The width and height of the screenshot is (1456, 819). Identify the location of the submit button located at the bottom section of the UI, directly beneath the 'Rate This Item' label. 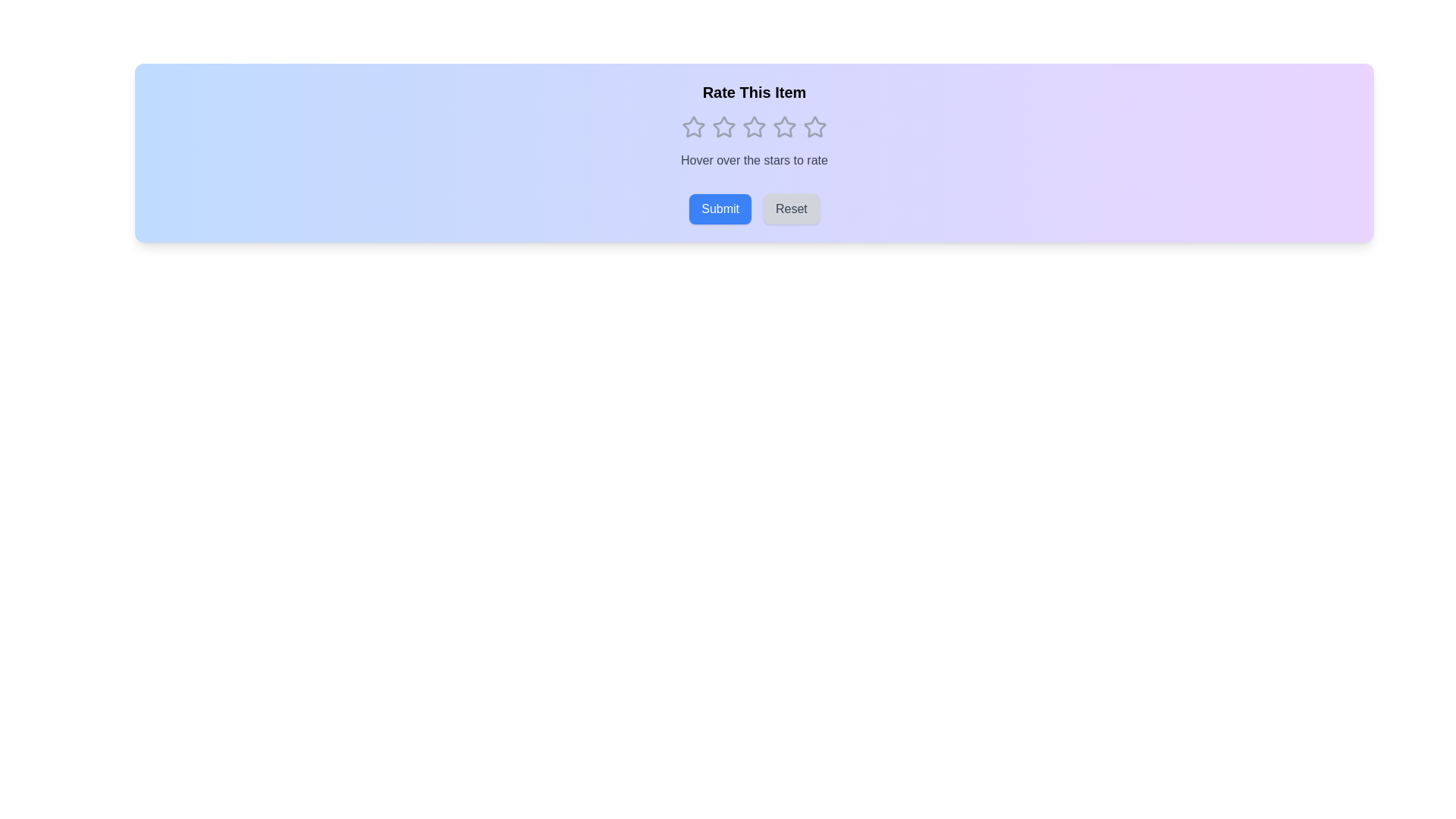
(720, 209).